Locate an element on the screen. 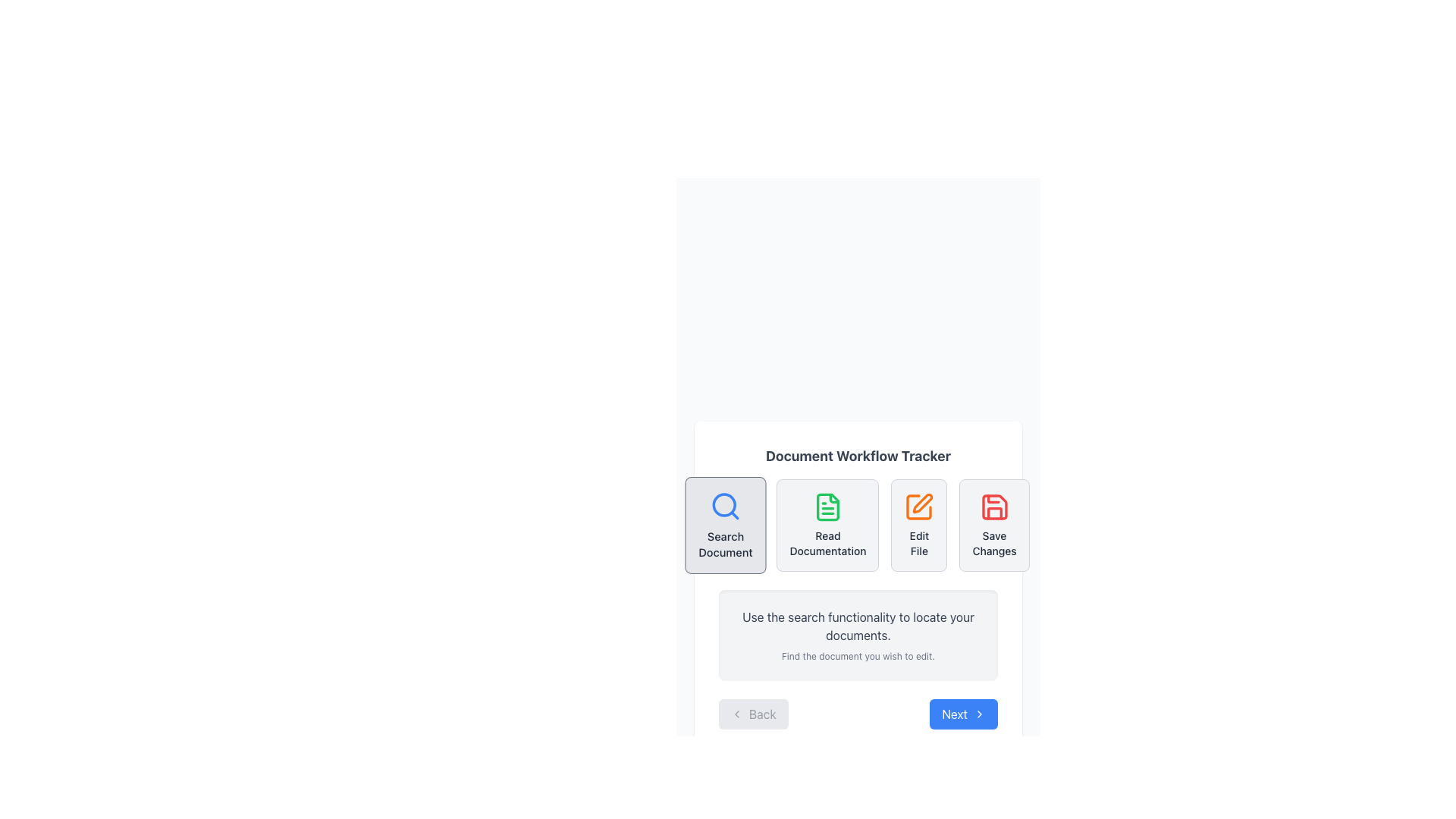  the 'Read Documentation' button, which is the second button in a row of four, featuring a green document icon and centered text on a light gray background is located at coordinates (827, 525).